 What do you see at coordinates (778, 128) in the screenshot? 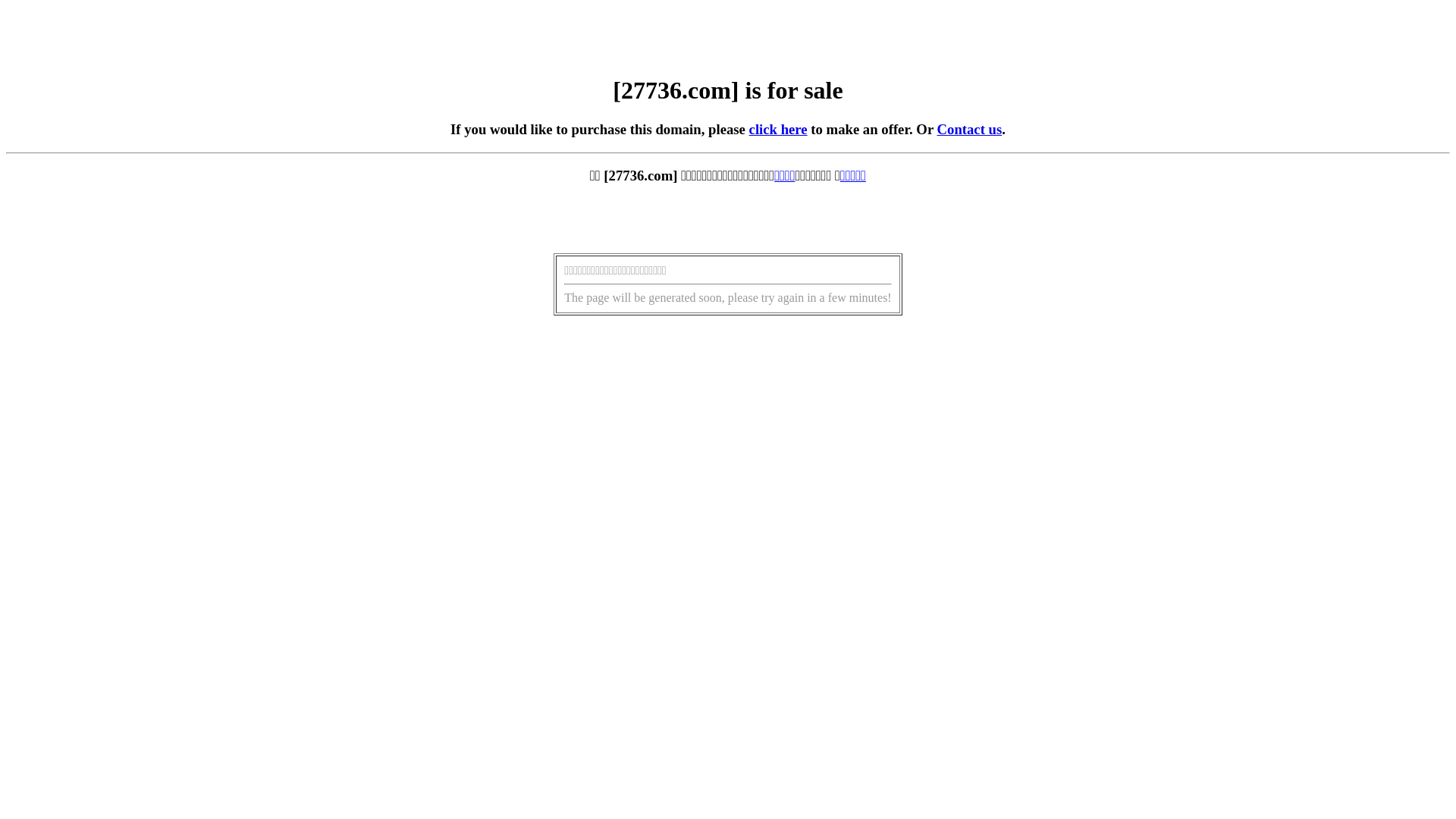
I see `'click here'` at bounding box center [778, 128].